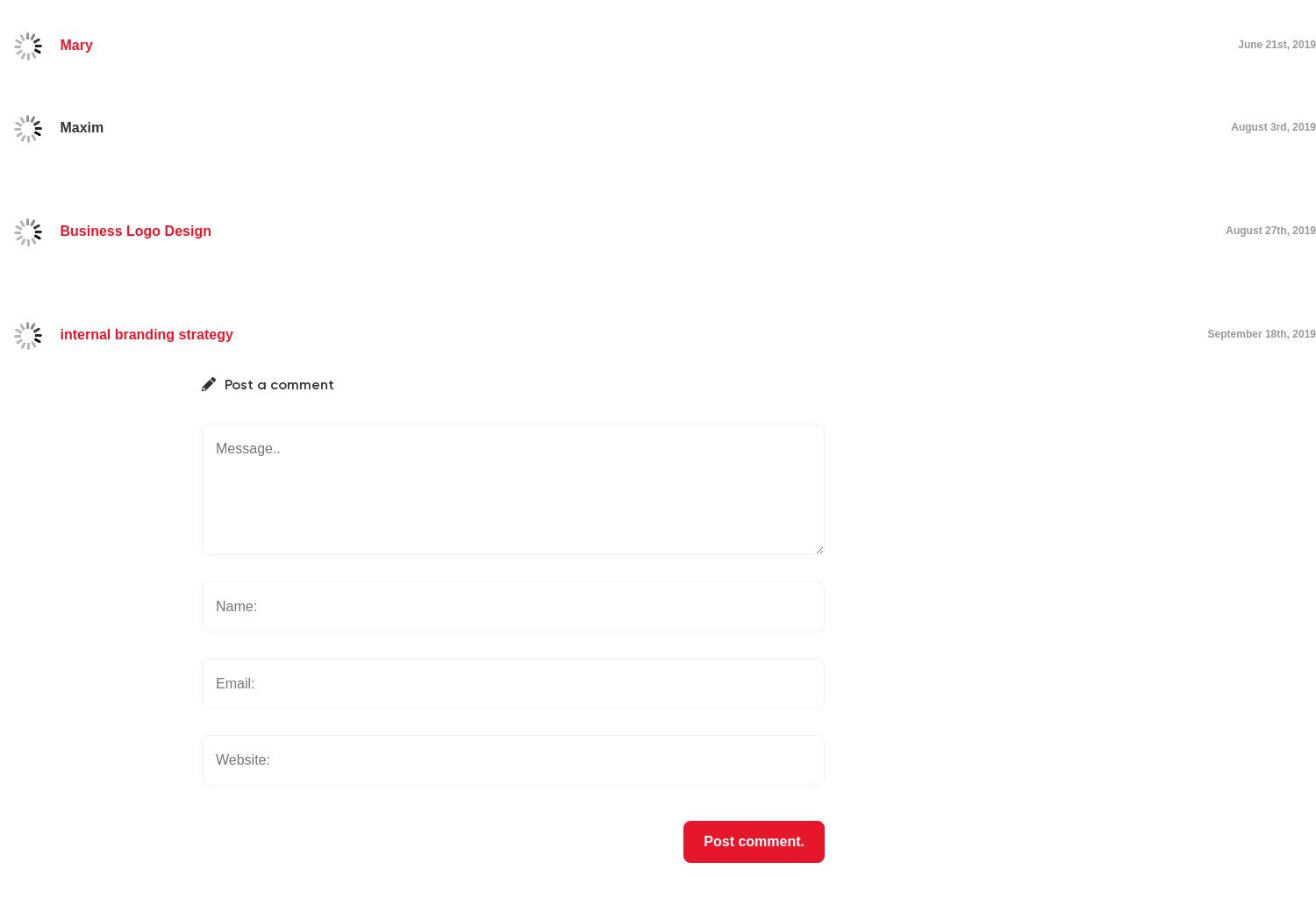 This screenshot has width=1316, height=898. Describe the element at coordinates (441, 37) in the screenshot. I see `'Branding is key to any organization and should be built and maintained by all.'` at that location.